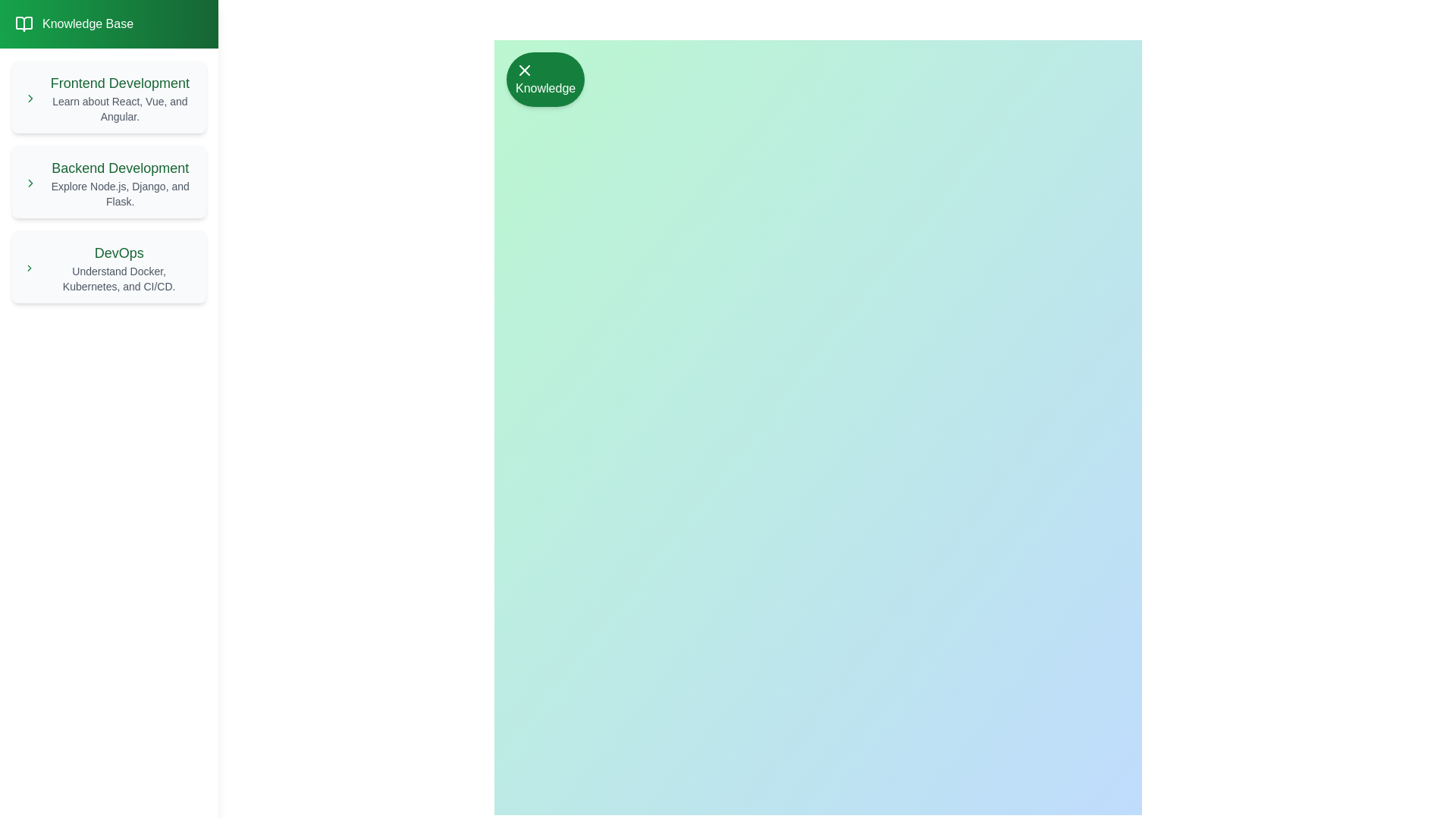 The height and width of the screenshot is (819, 1456). What do you see at coordinates (108, 180) in the screenshot?
I see `the list item corresponding to Backend Development` at bounding box center [108, 180].